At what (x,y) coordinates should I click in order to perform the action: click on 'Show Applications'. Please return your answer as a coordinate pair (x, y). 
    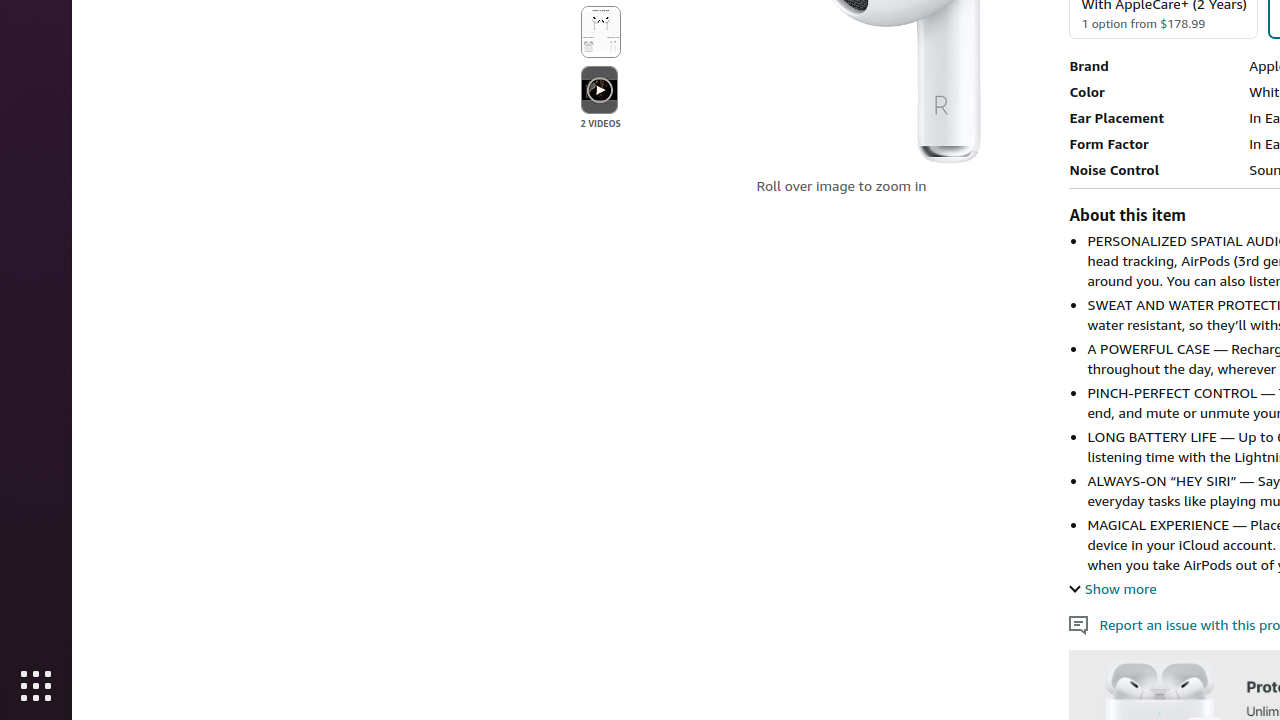
    Looking at the image, I should click on (35, 685).